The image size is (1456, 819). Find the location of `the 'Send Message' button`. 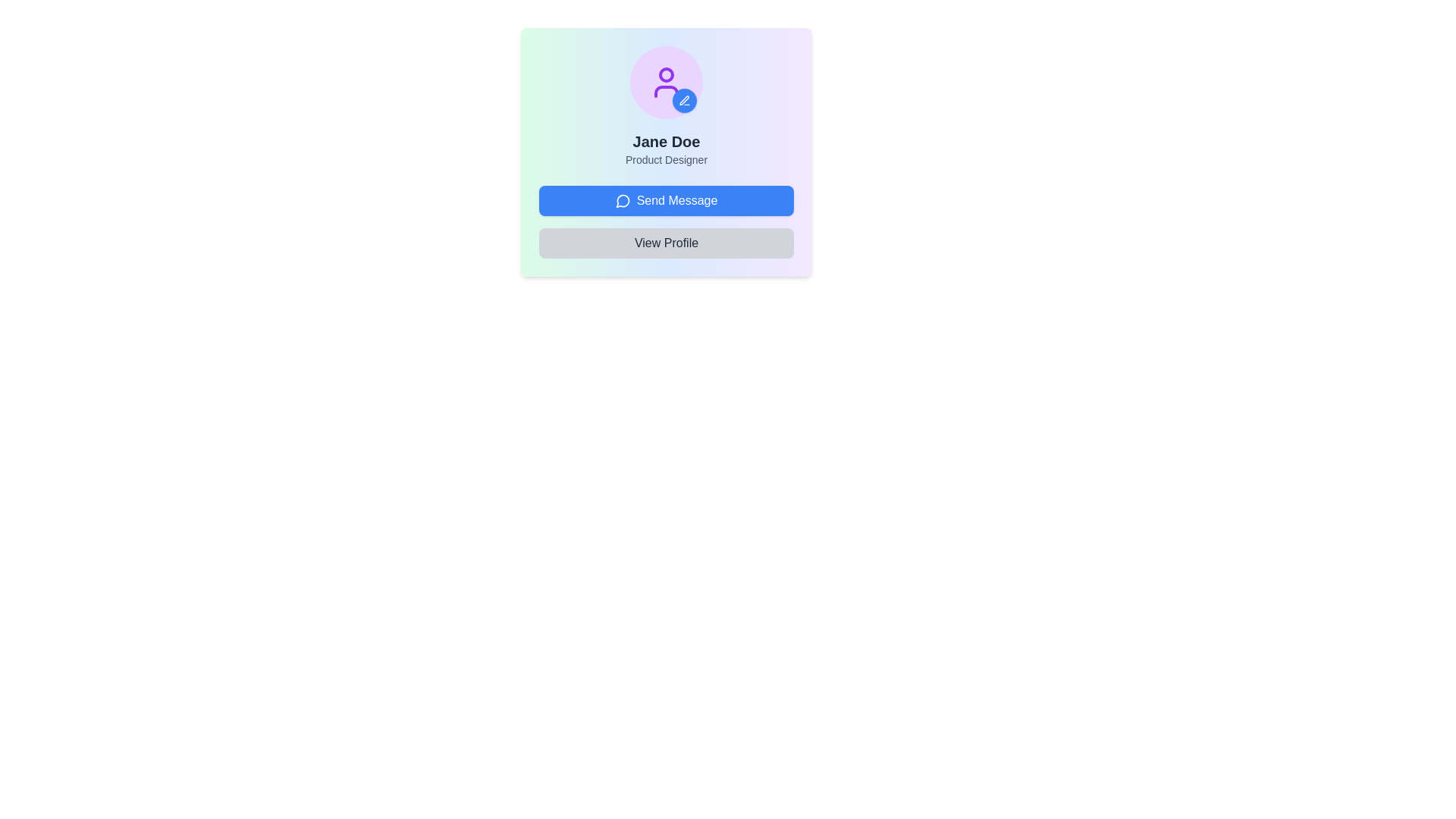

the 'Send Message' button is located at coordinates (666, 200).